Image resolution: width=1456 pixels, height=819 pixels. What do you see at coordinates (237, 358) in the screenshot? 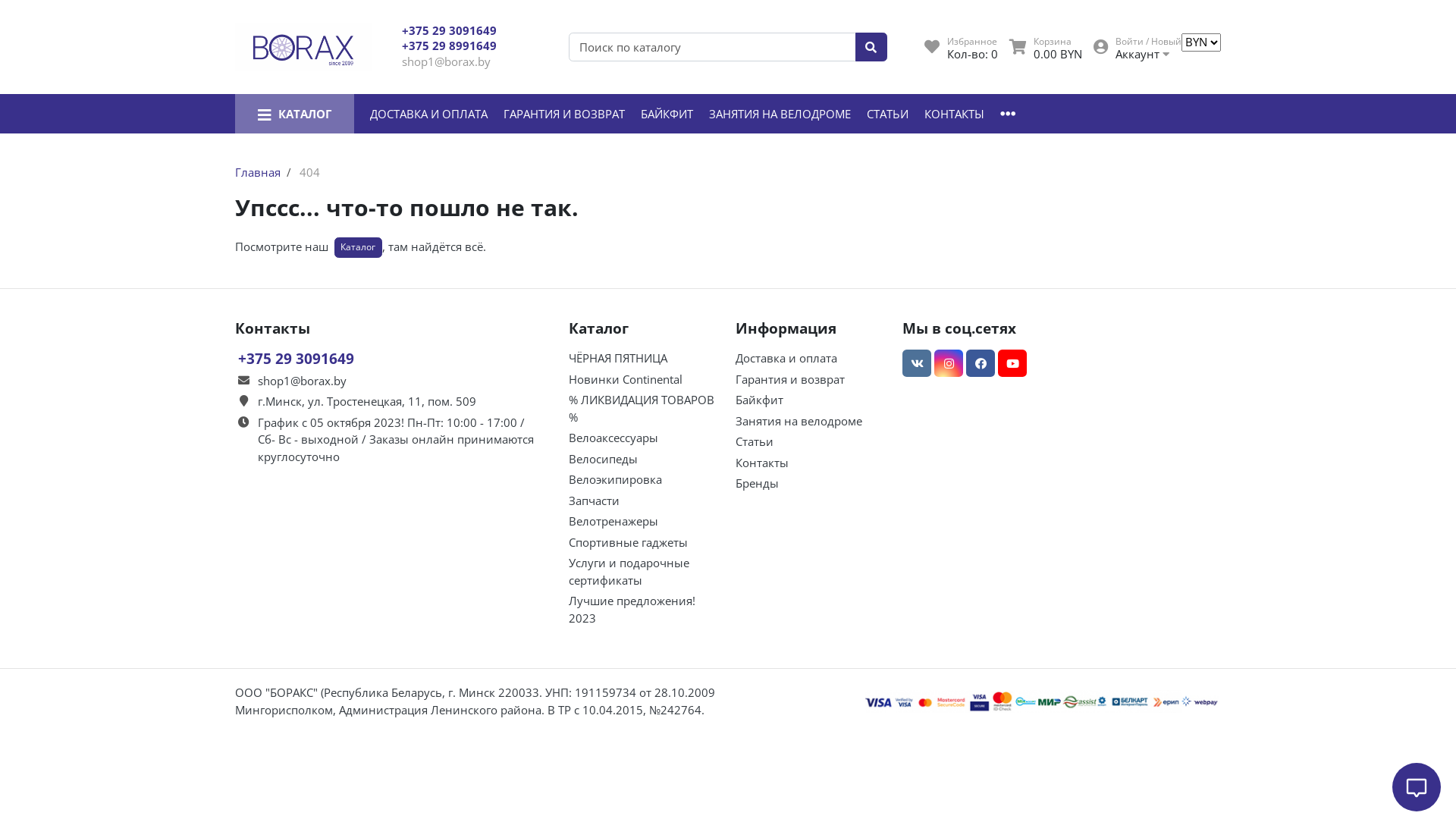
I see `'+375 29 3091649'` at bounding box center [237, 358].